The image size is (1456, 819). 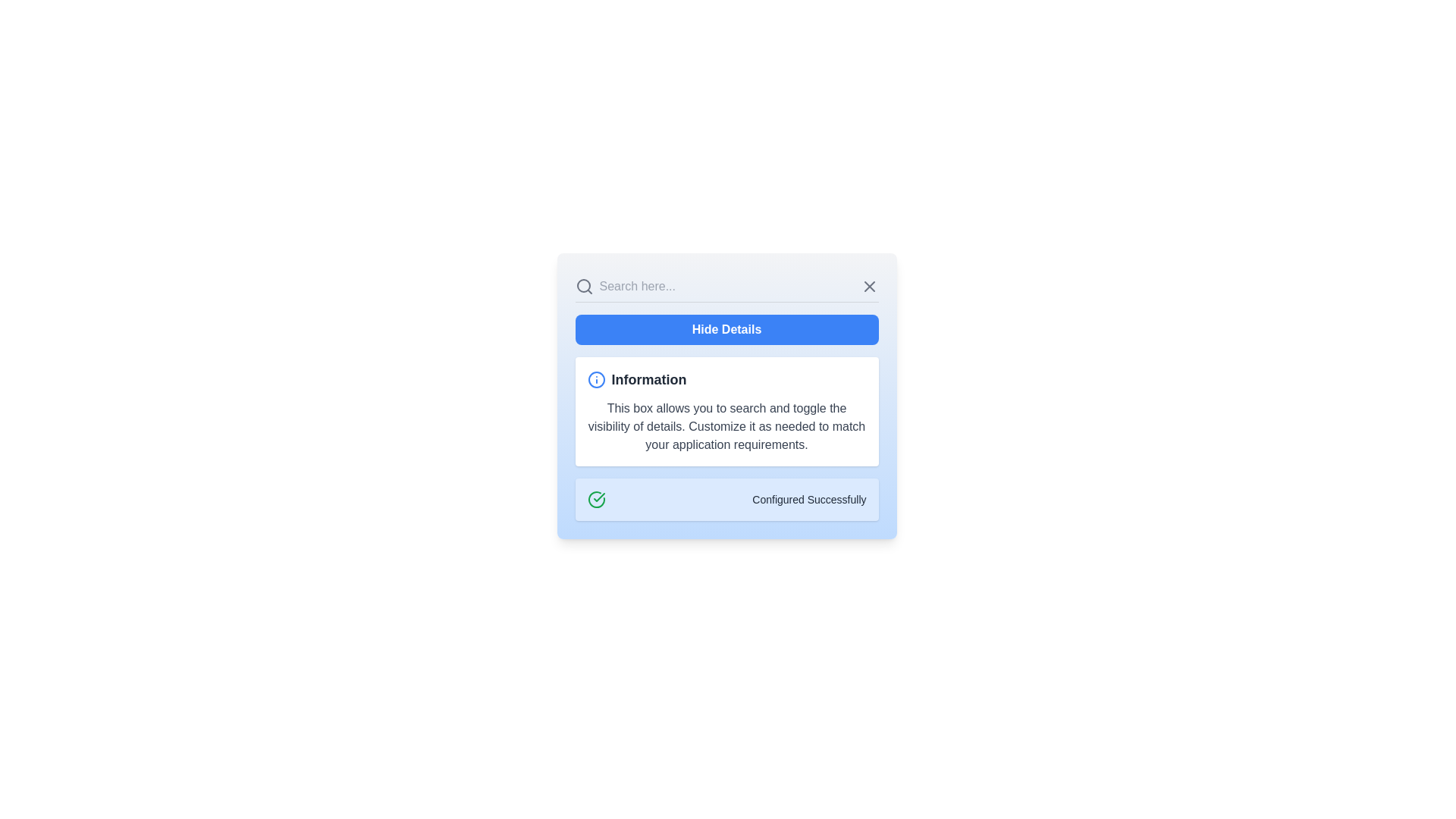 I want to click on the gray search icon styled as a magnifying glass located at the leftmost side of the search bar component, so click(x=583, y=287).